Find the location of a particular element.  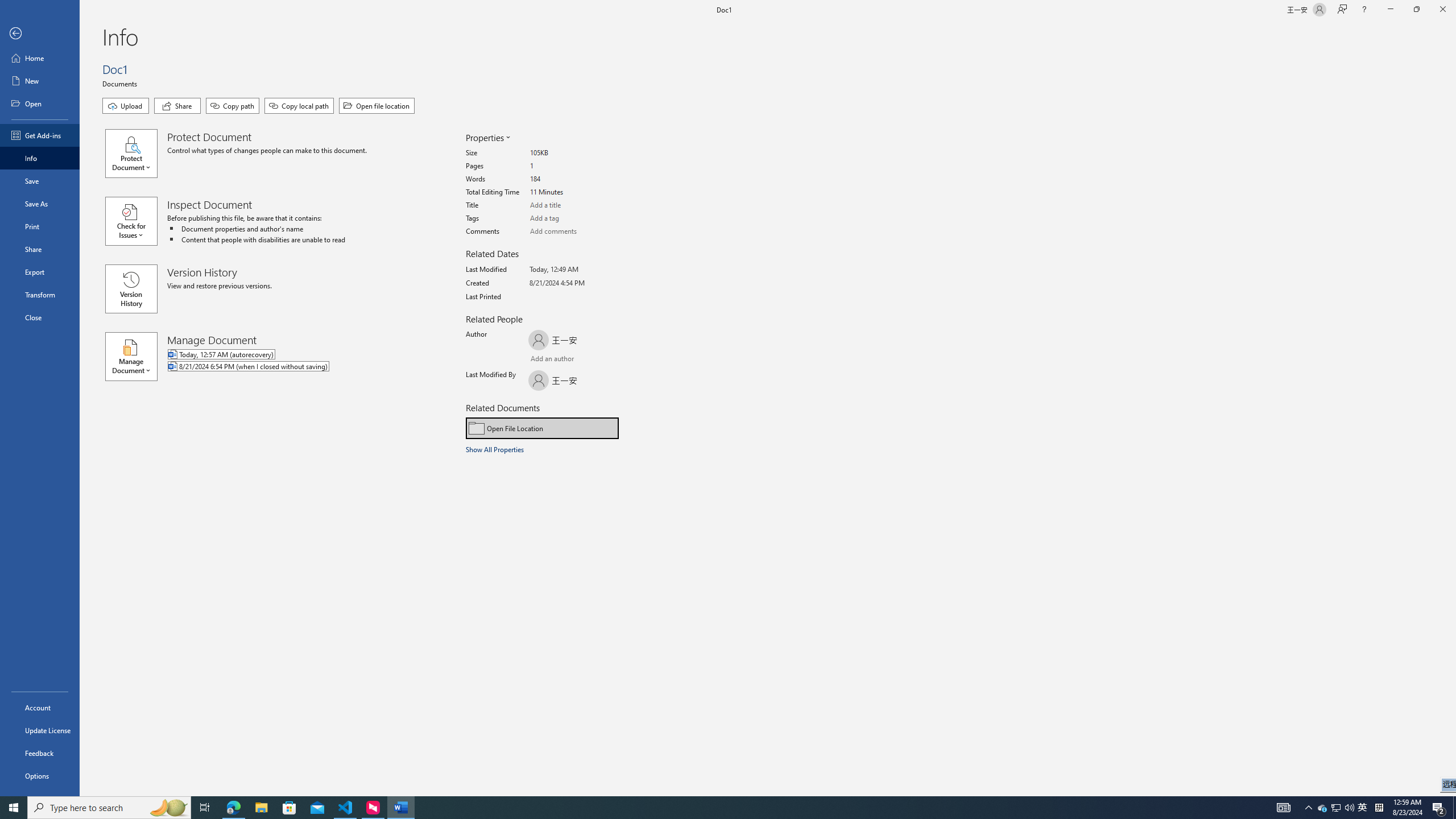

'Open File Location' is located at coordinates (542, 428).